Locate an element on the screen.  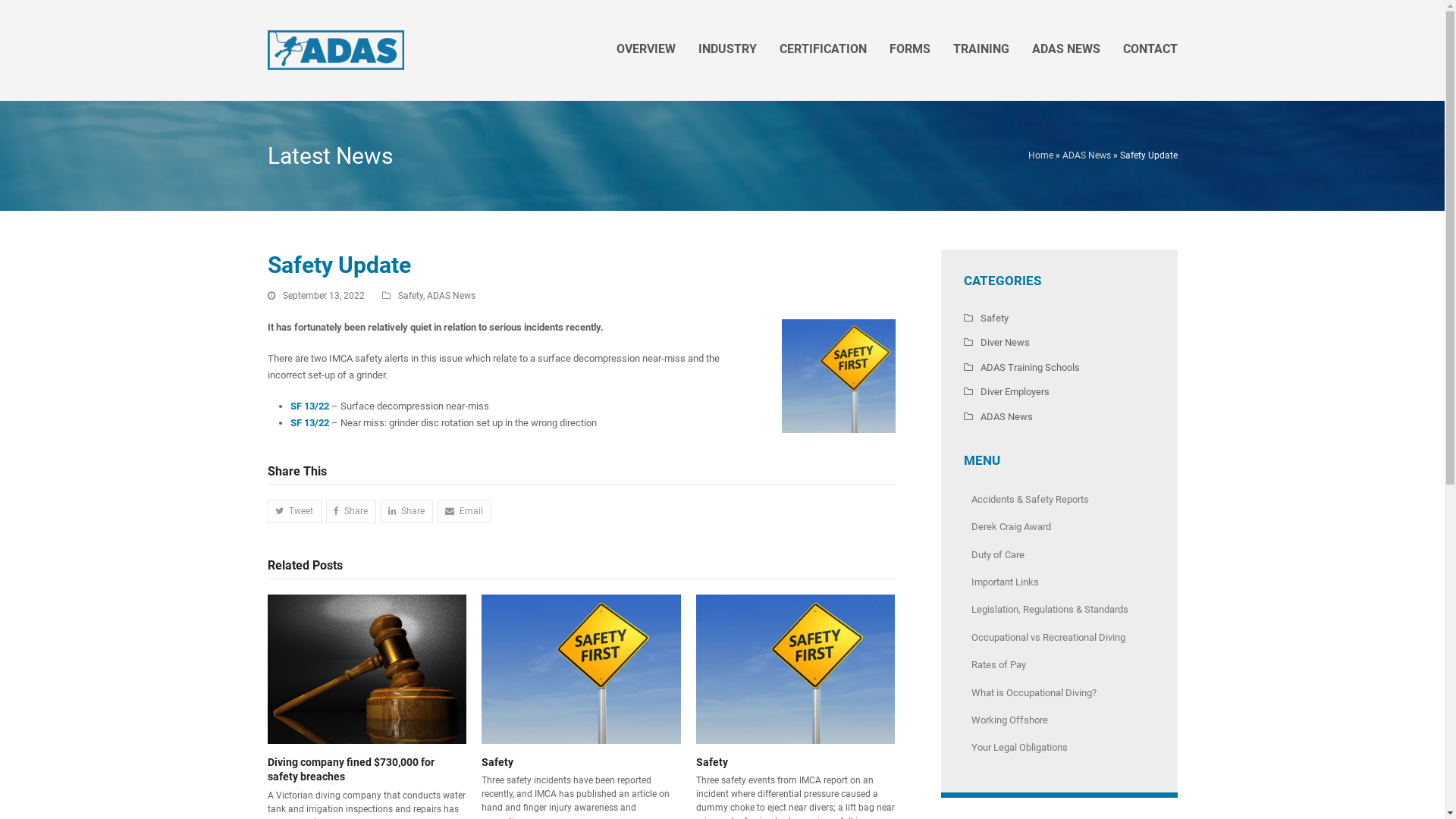
'Safety' is located at coordinates (695, 762).